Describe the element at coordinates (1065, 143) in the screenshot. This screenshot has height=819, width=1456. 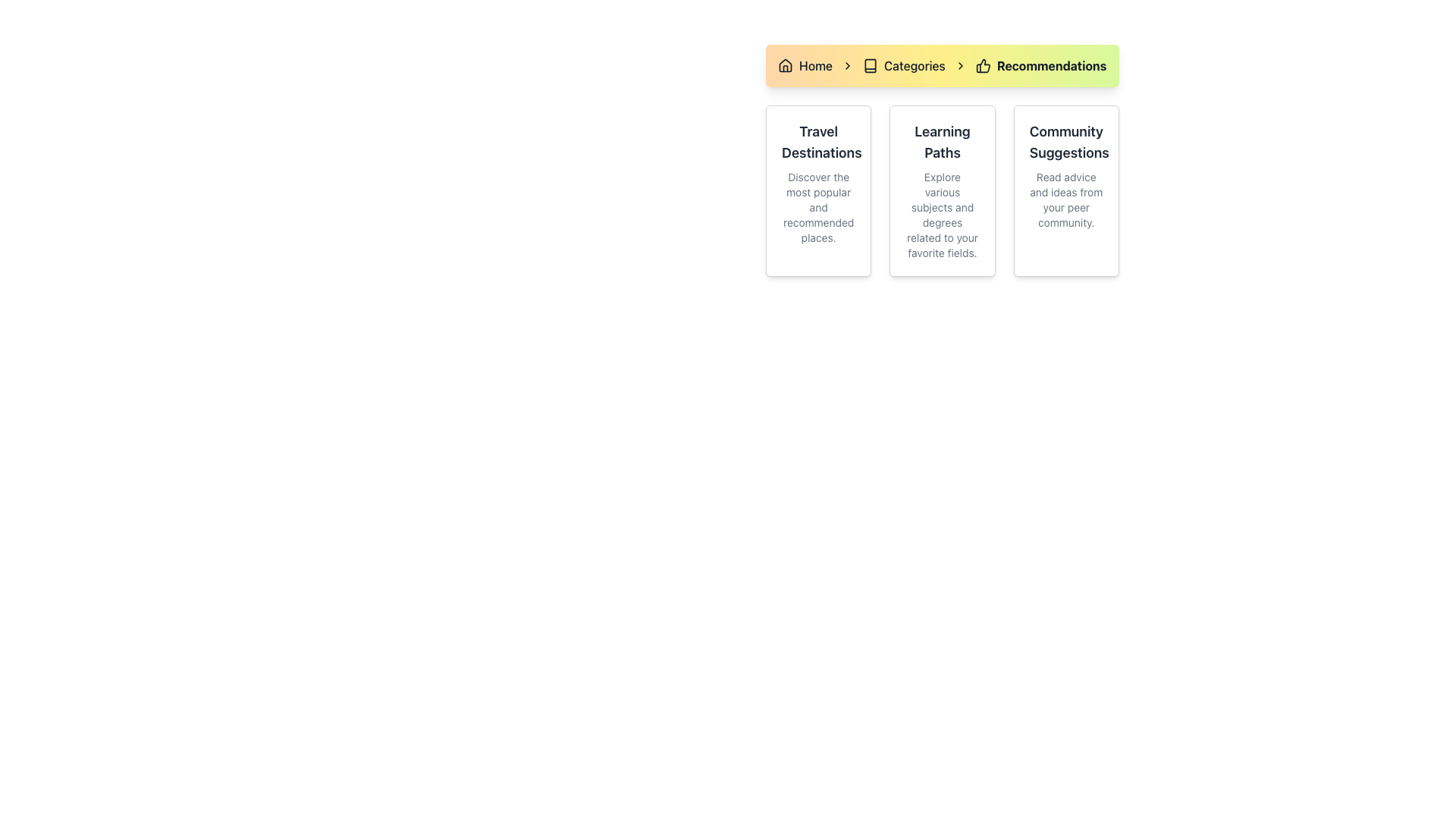
I see `the title text element that serves as a heading for a card containing community-based ideas and suggestions, positioned at the top right of the card` at that location.